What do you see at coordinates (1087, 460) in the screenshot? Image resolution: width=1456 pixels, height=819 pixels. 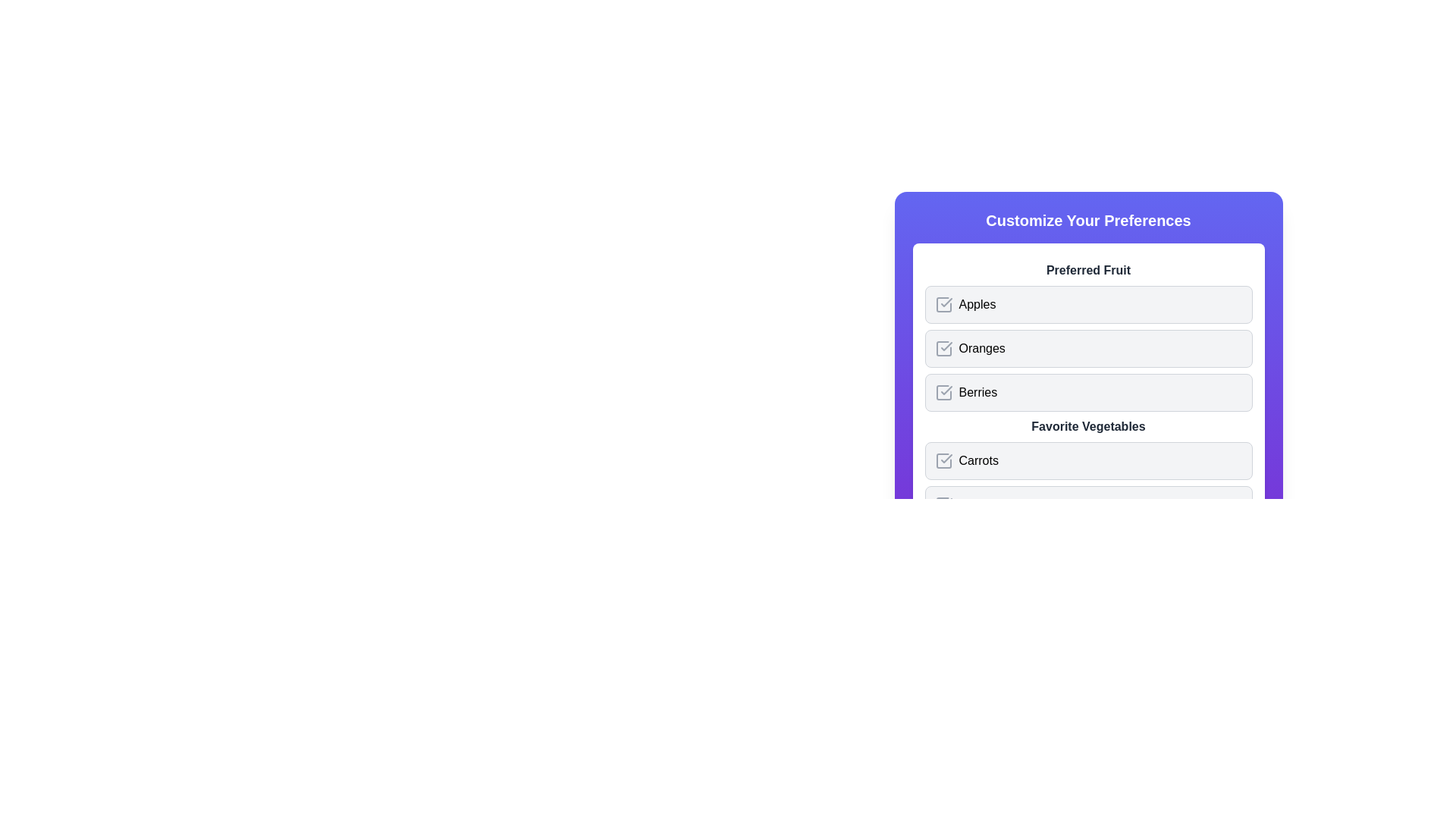 I see `the checkbox labeled 'Carrots' which is the first item under the 'Favorite Vegetables' category` at bounding box center [1087, 460].